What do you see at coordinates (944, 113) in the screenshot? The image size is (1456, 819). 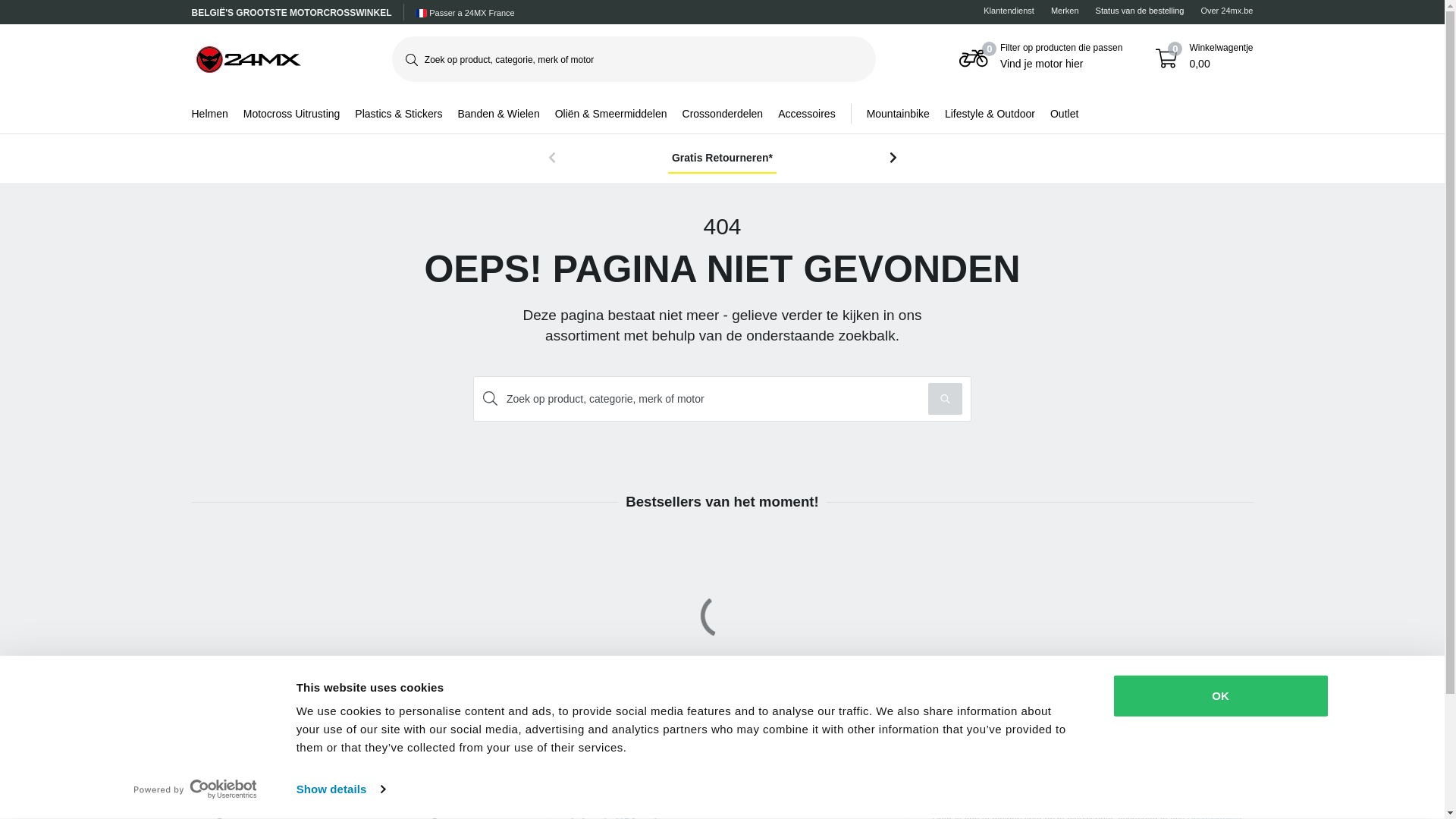 I see `'Lifestyle & Outdoor'` at bounding box center [944, 113].